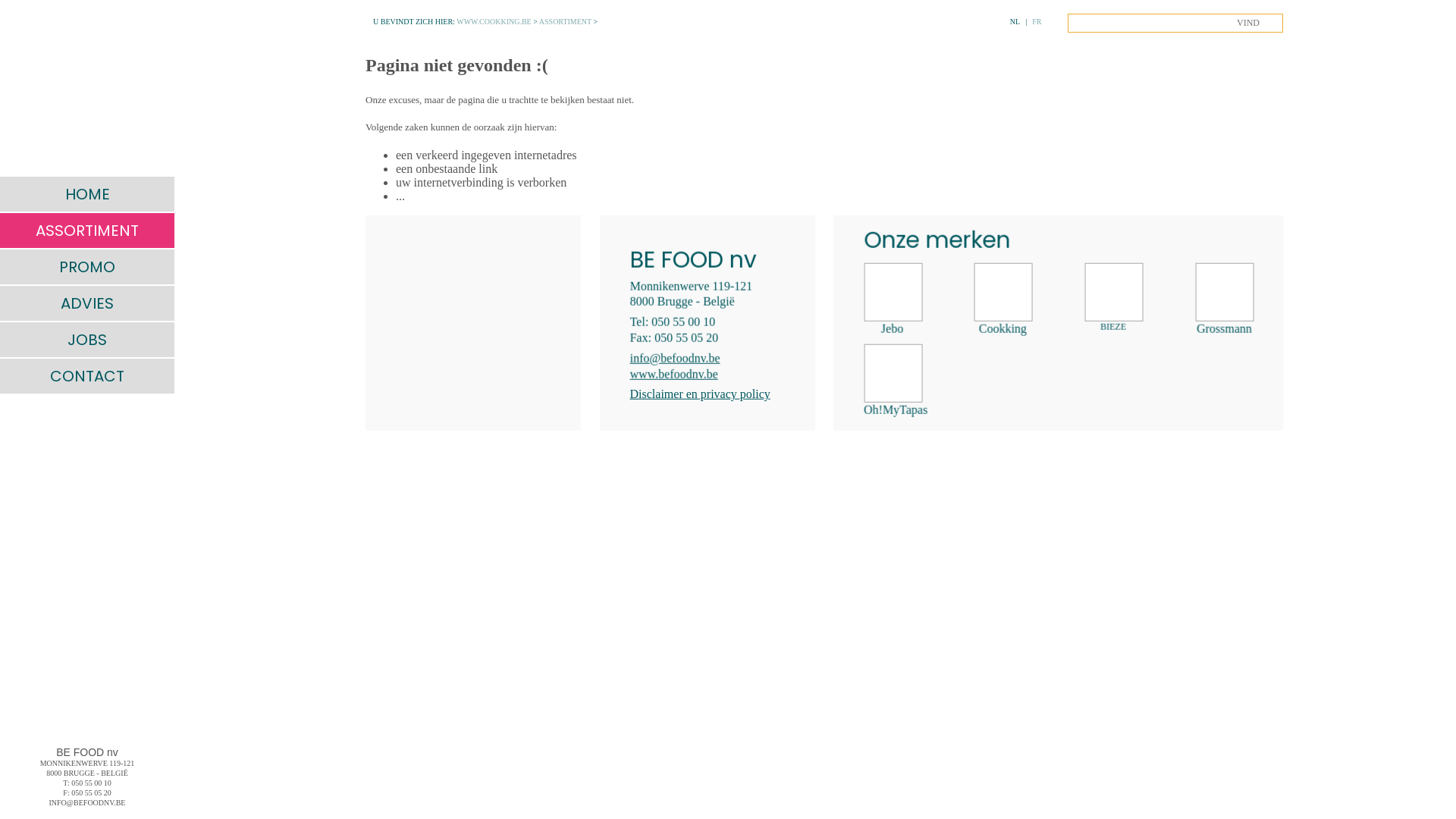  I want to click on 'HOME', so click(86, 193).